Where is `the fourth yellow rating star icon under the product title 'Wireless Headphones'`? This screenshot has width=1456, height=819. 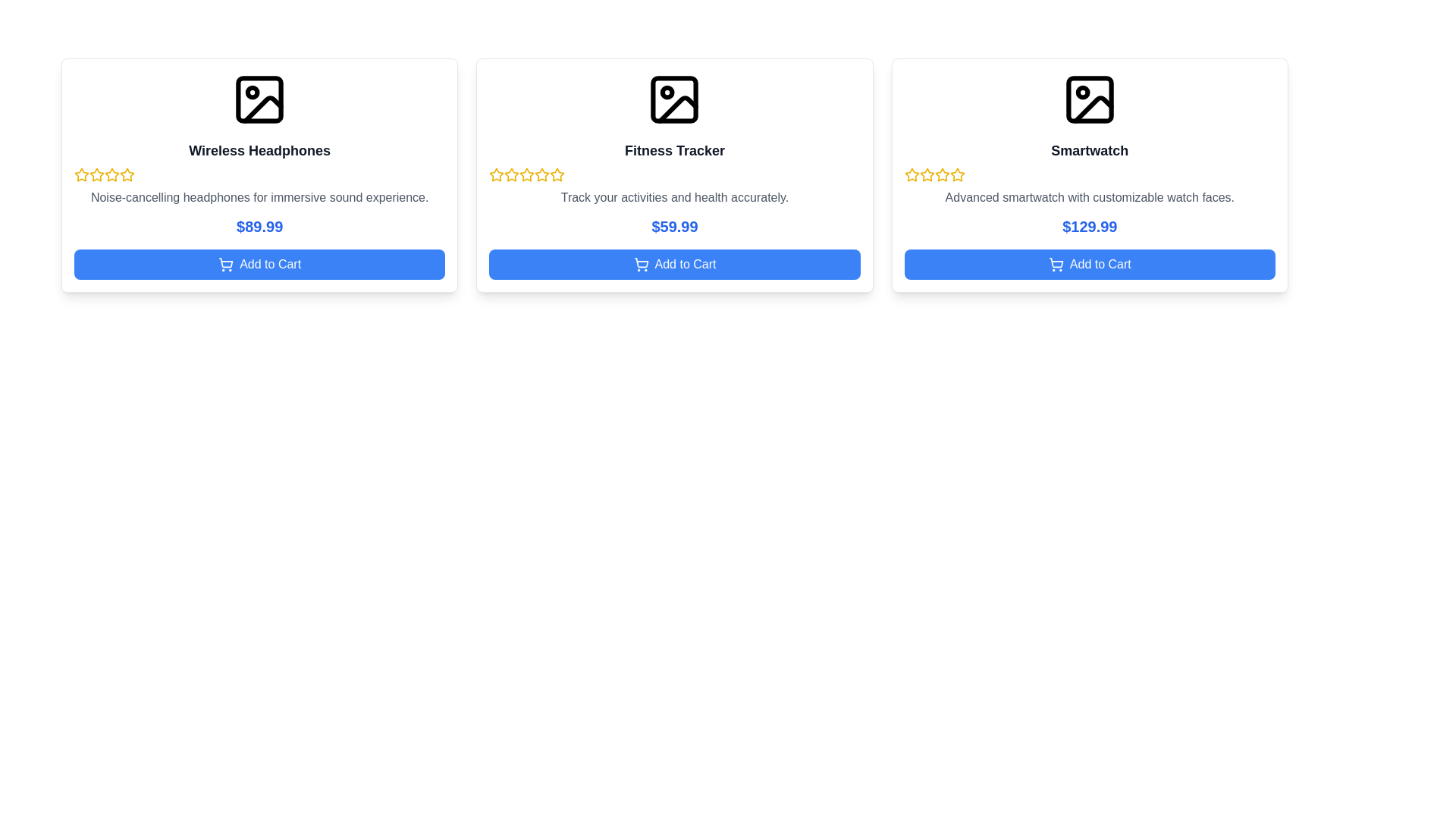
the fourth yellow rating star icon under the product title 'Wireless Headphones' is located at coordinates (111, 174).